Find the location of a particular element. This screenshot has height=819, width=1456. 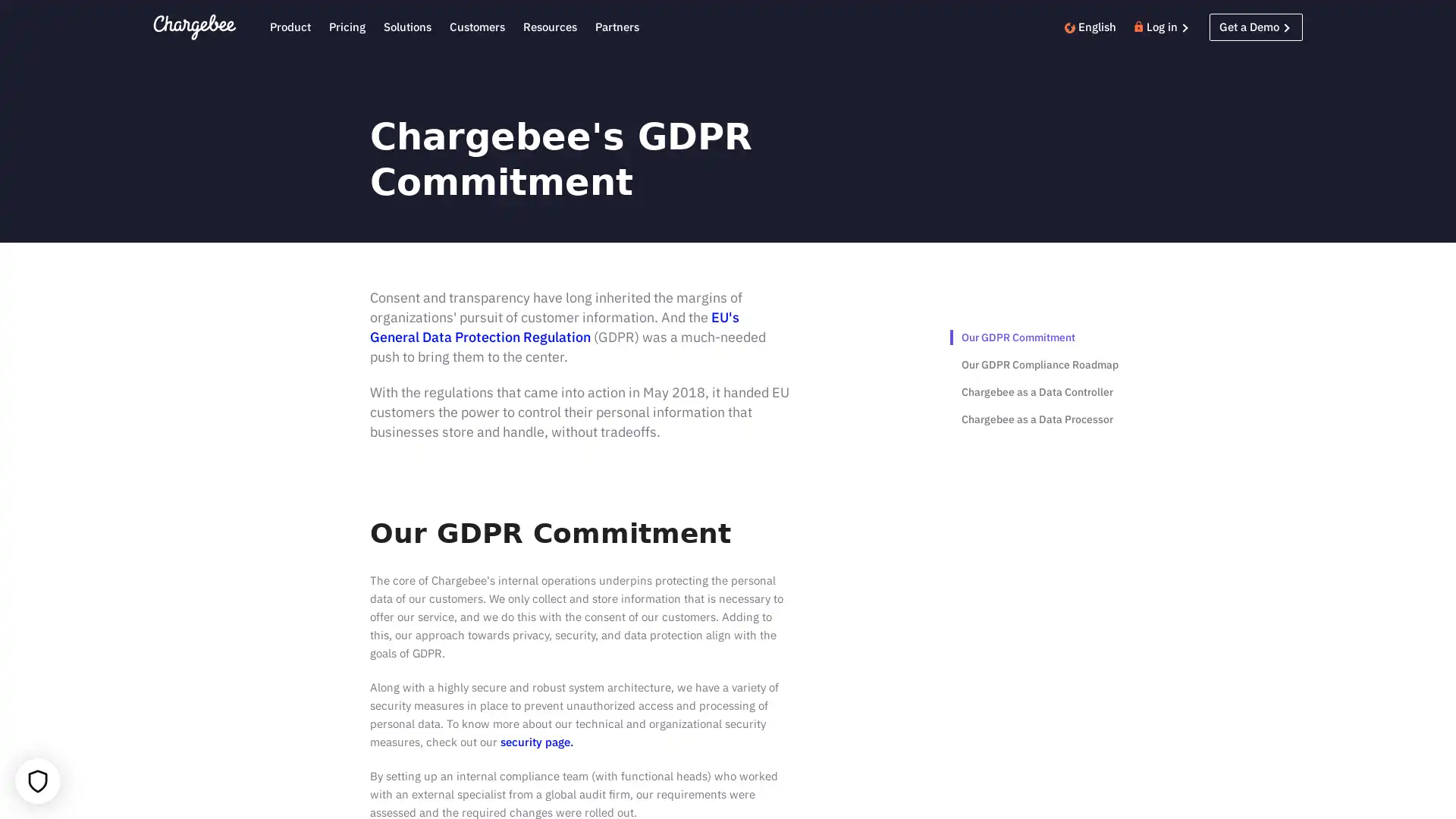

English is located at coordinates (1090, 27).